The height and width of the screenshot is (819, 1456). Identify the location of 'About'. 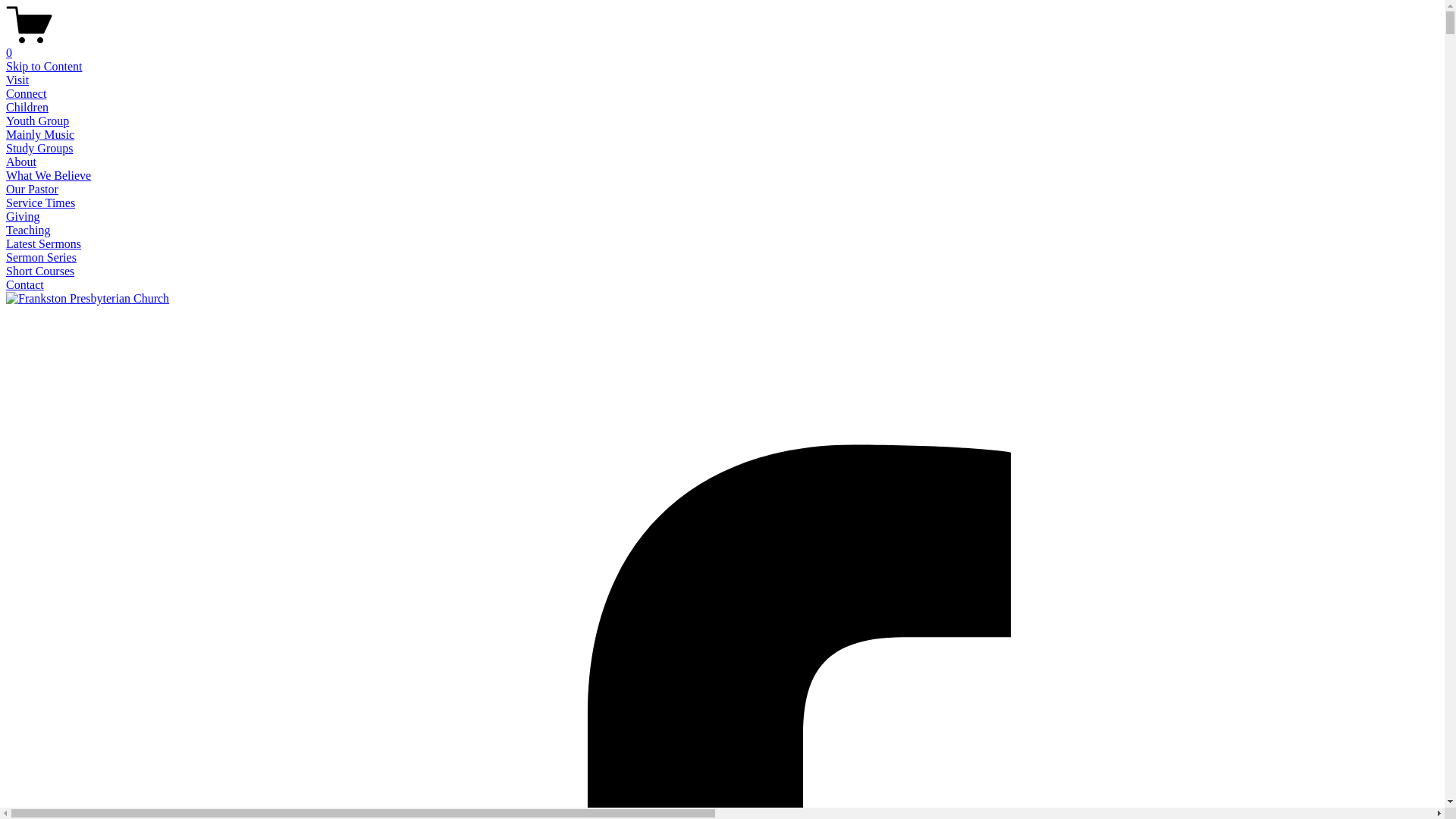
(21, 162).